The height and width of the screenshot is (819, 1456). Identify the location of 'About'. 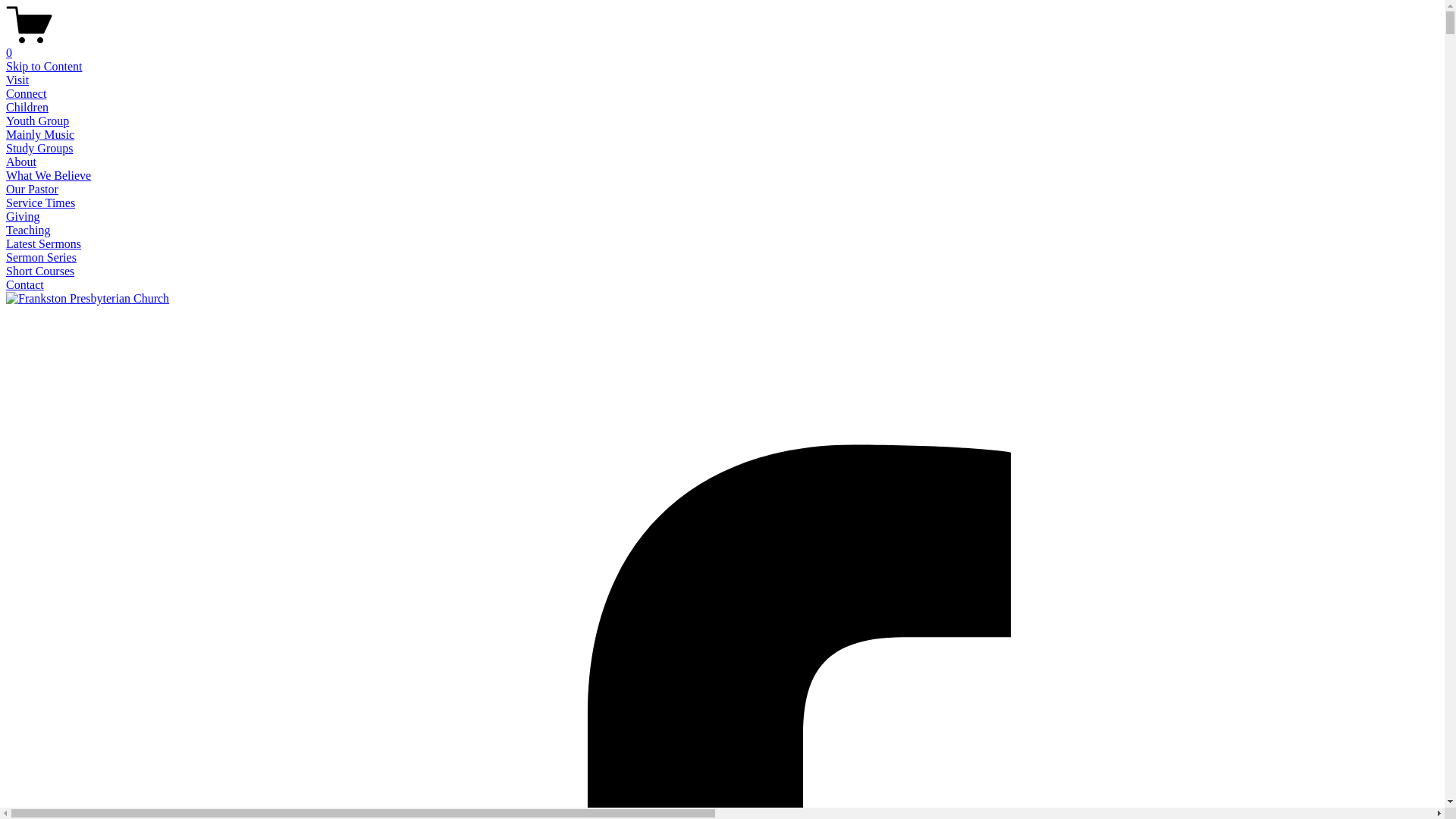
(21, 162).